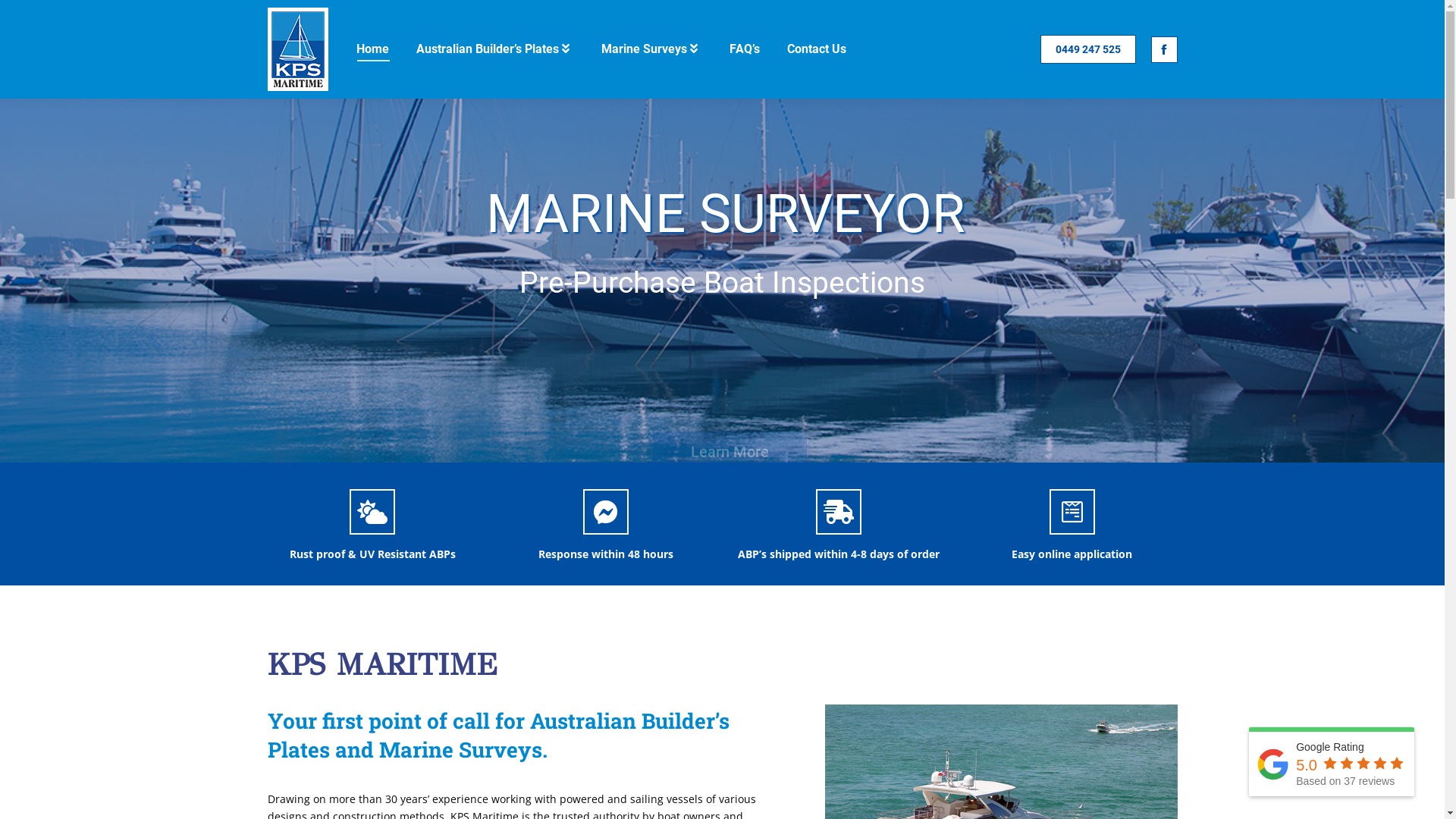  Describe the element at coordinates (1163, 49) in the screenshot. I see `'Facebook page opens in new window'` at that location.